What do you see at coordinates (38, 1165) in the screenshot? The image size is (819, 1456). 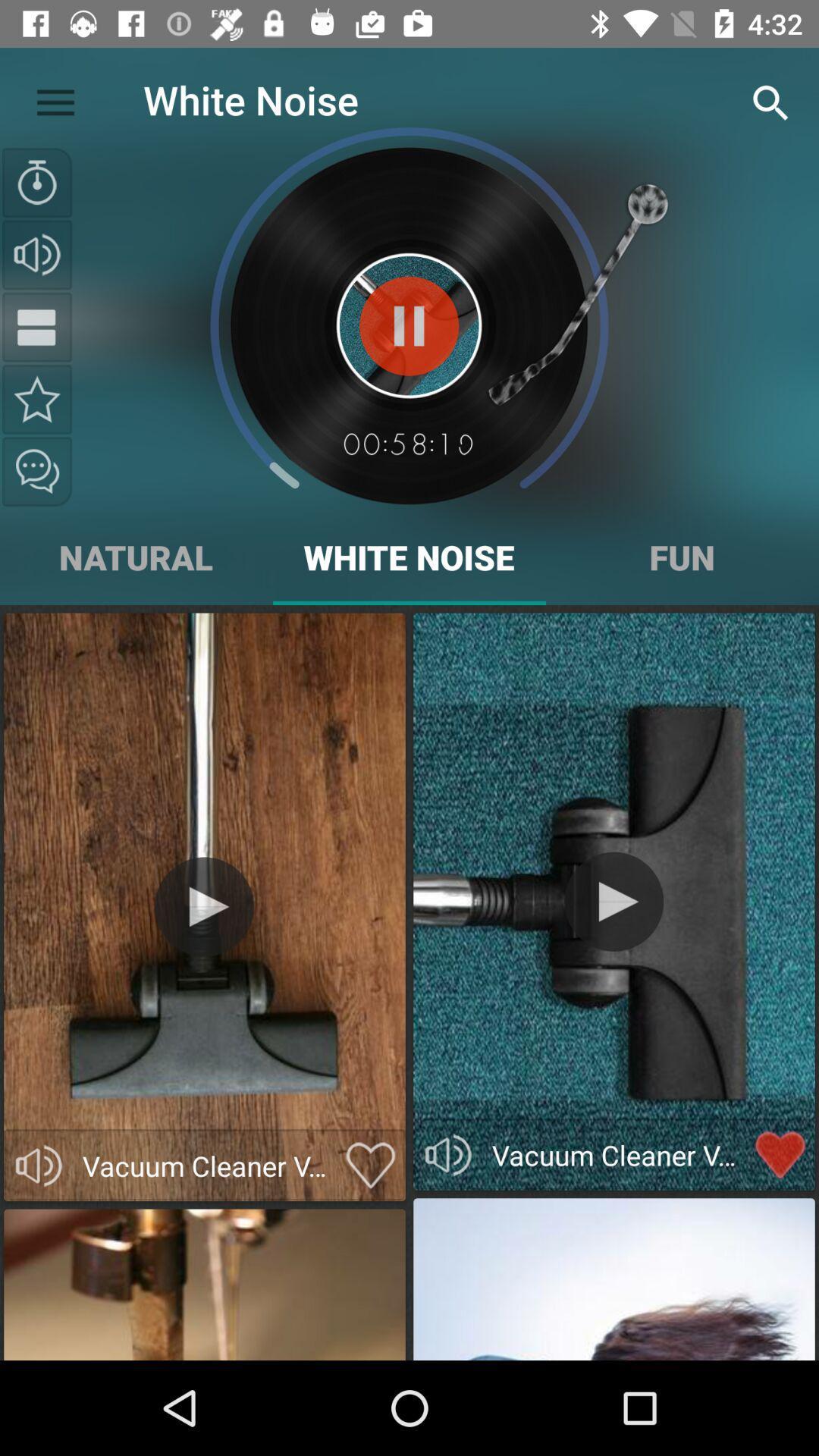 I see `sound` at bounding box center [38, 1165].